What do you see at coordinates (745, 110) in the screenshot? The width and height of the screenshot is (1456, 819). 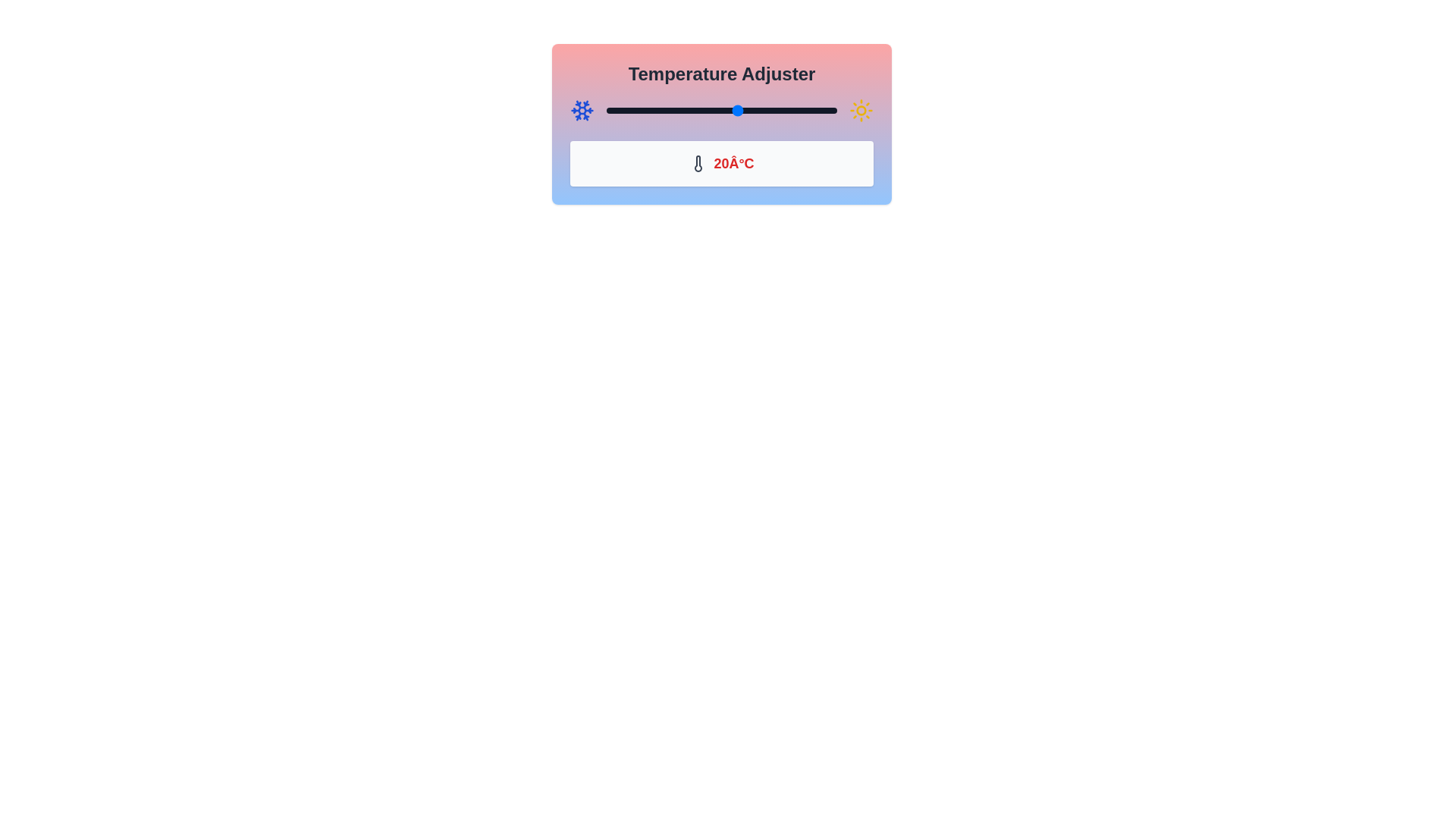 I see `the temperature to 22°C using the slider` at bounding box center [745, 110].